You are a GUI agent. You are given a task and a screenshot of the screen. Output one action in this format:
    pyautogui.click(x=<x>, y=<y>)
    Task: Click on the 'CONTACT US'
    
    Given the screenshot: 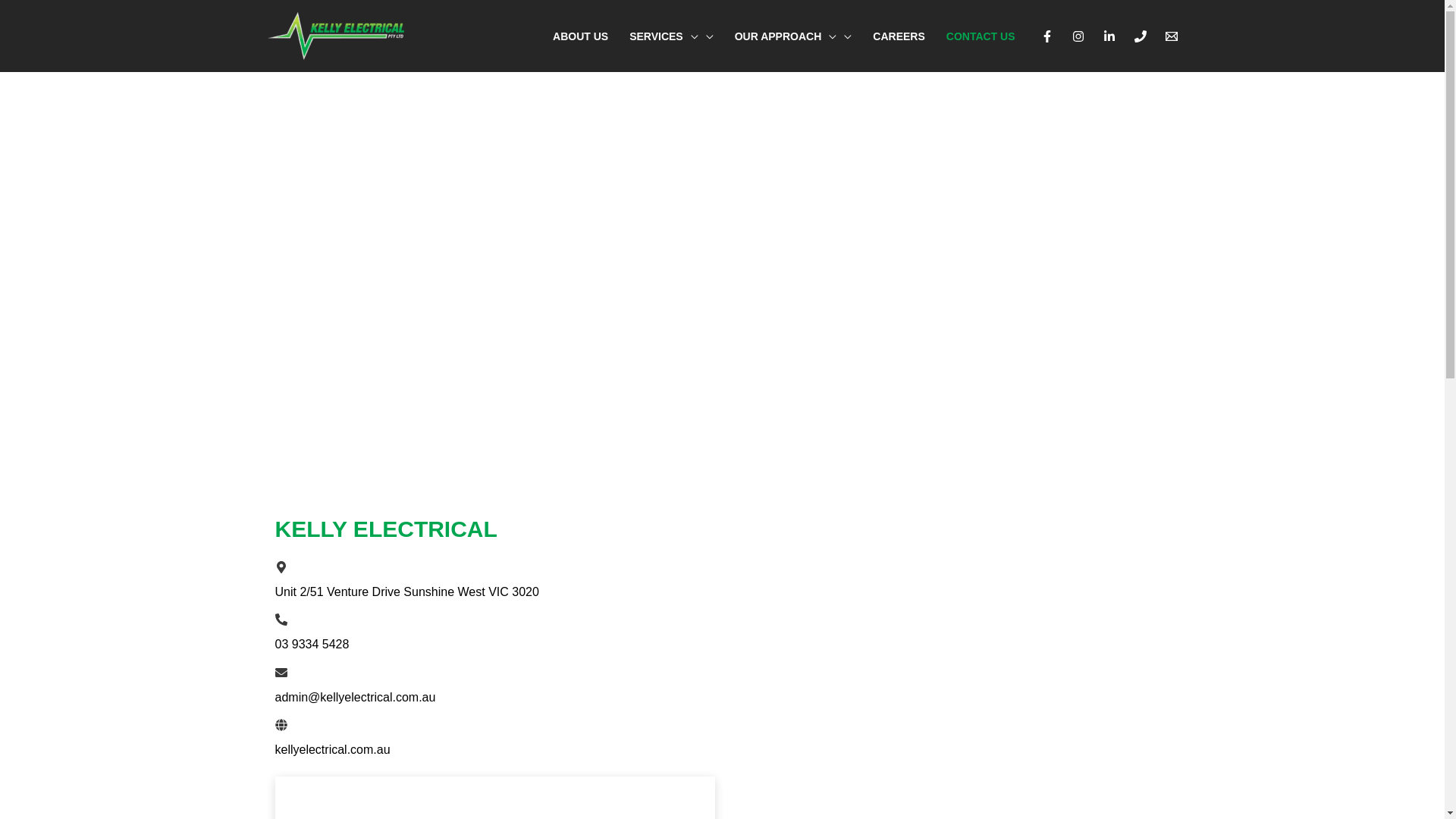 What is the action you would take?
    pyautogui.click(x=981, y=35)
    